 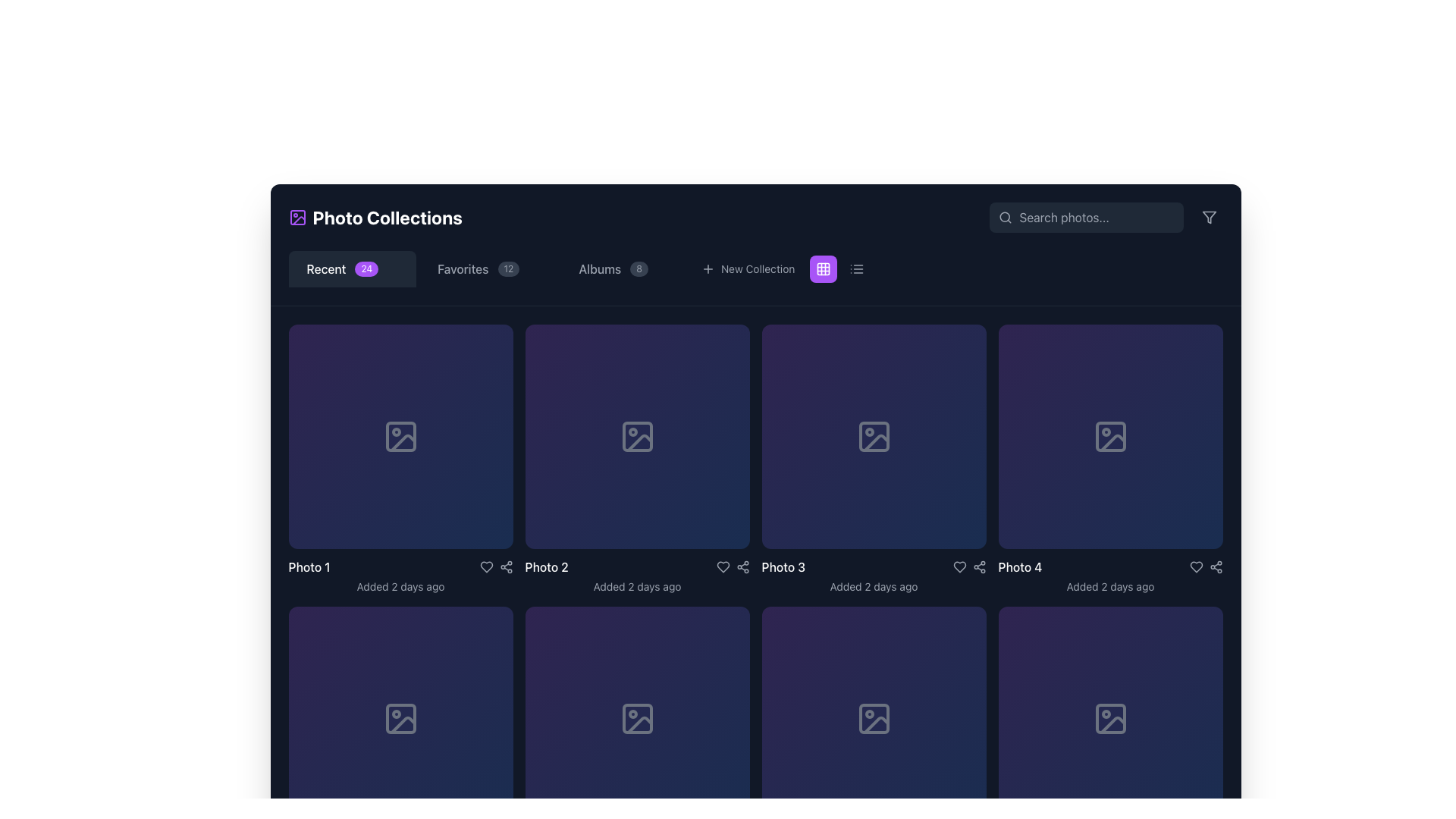 I want to click on the vibrant purple button with a 3x3 grid icon located near the top-right corner of the application layout, so click(x=823, y=268).